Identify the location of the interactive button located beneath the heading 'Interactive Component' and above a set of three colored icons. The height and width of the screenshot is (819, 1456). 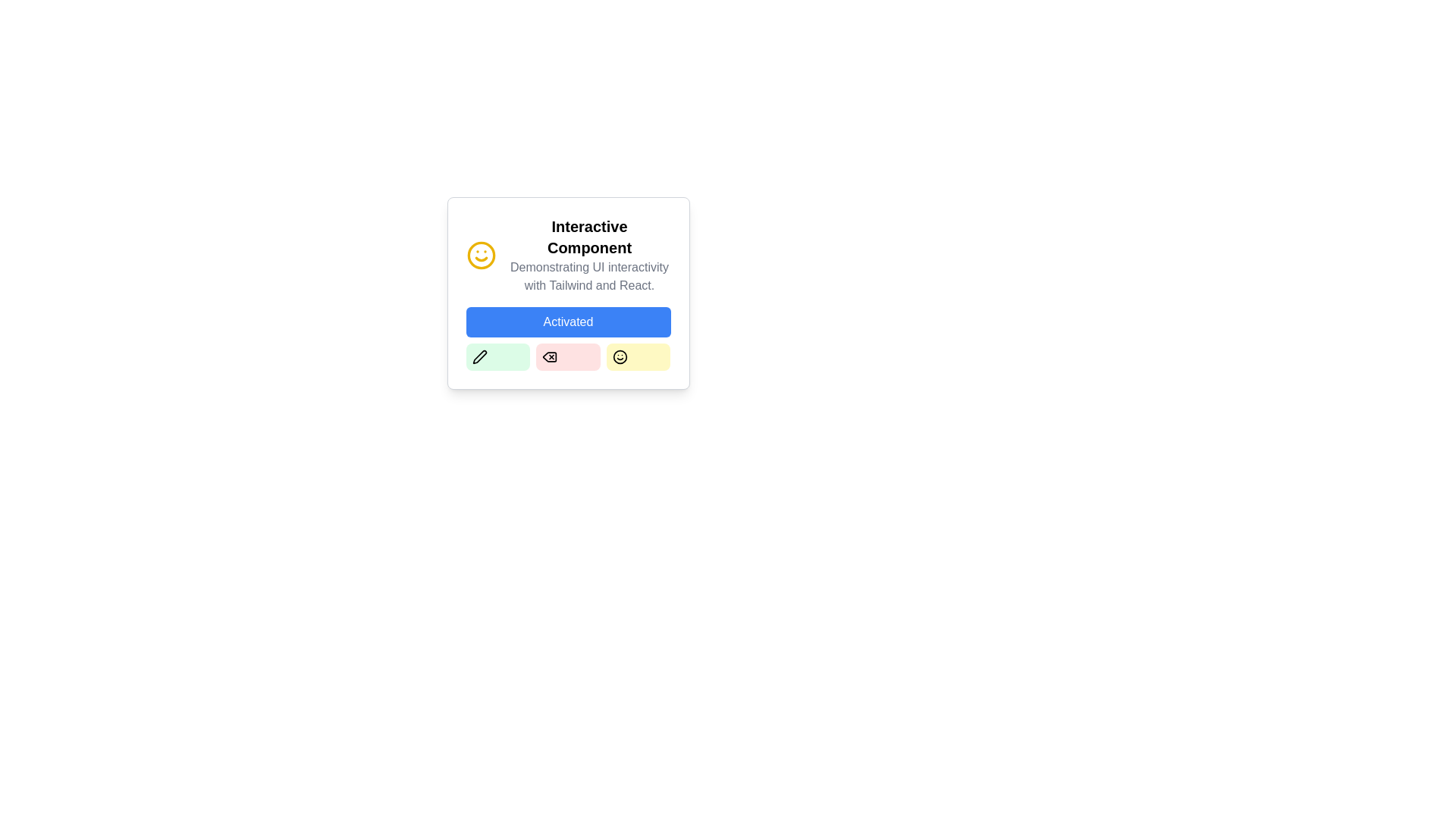
(567, 321).